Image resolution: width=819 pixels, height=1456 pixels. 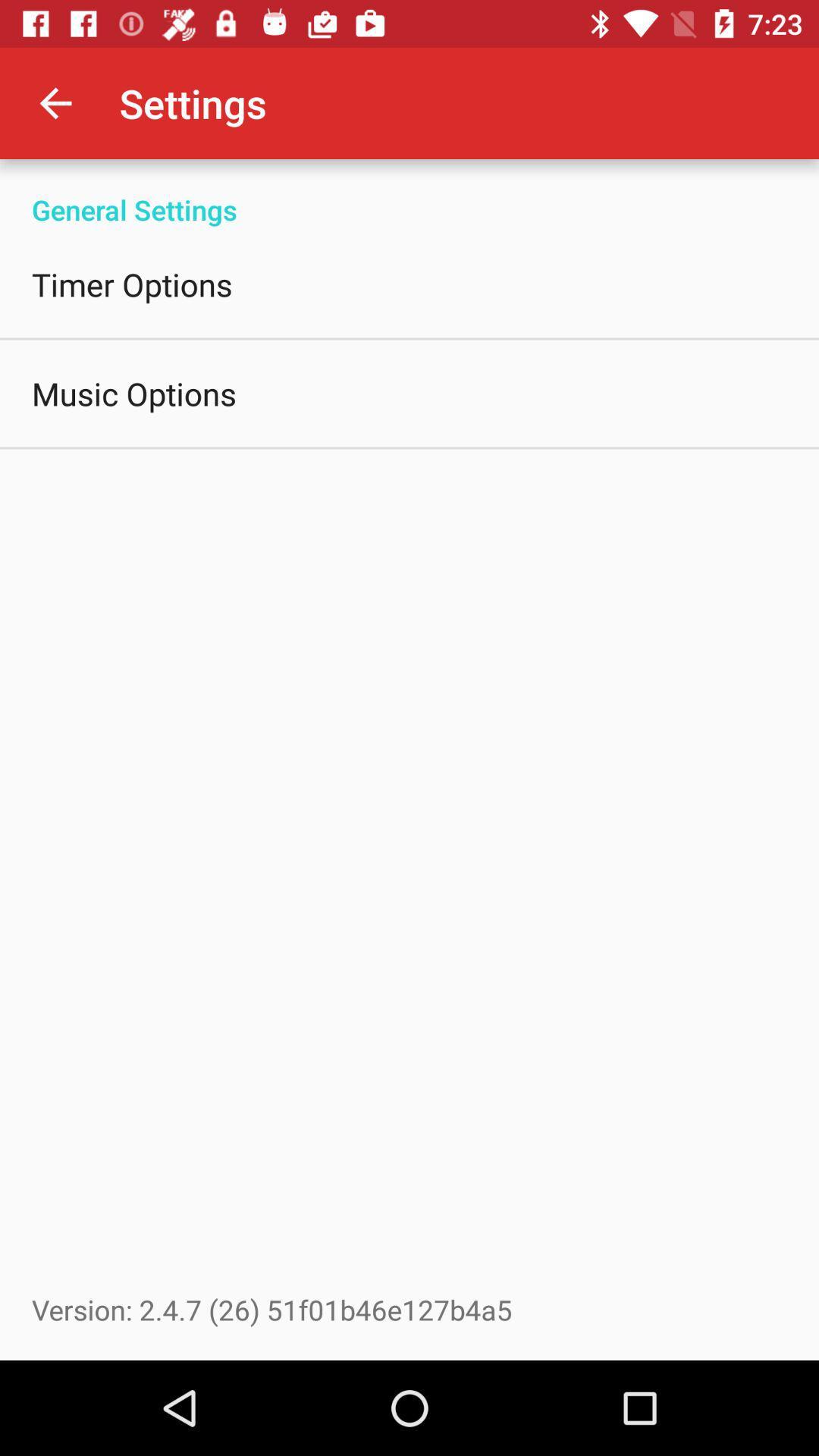 What do you see at coordinates (131, 284) in the screenshot?
I see `the timer options icon` at bounding box center [131, 284].